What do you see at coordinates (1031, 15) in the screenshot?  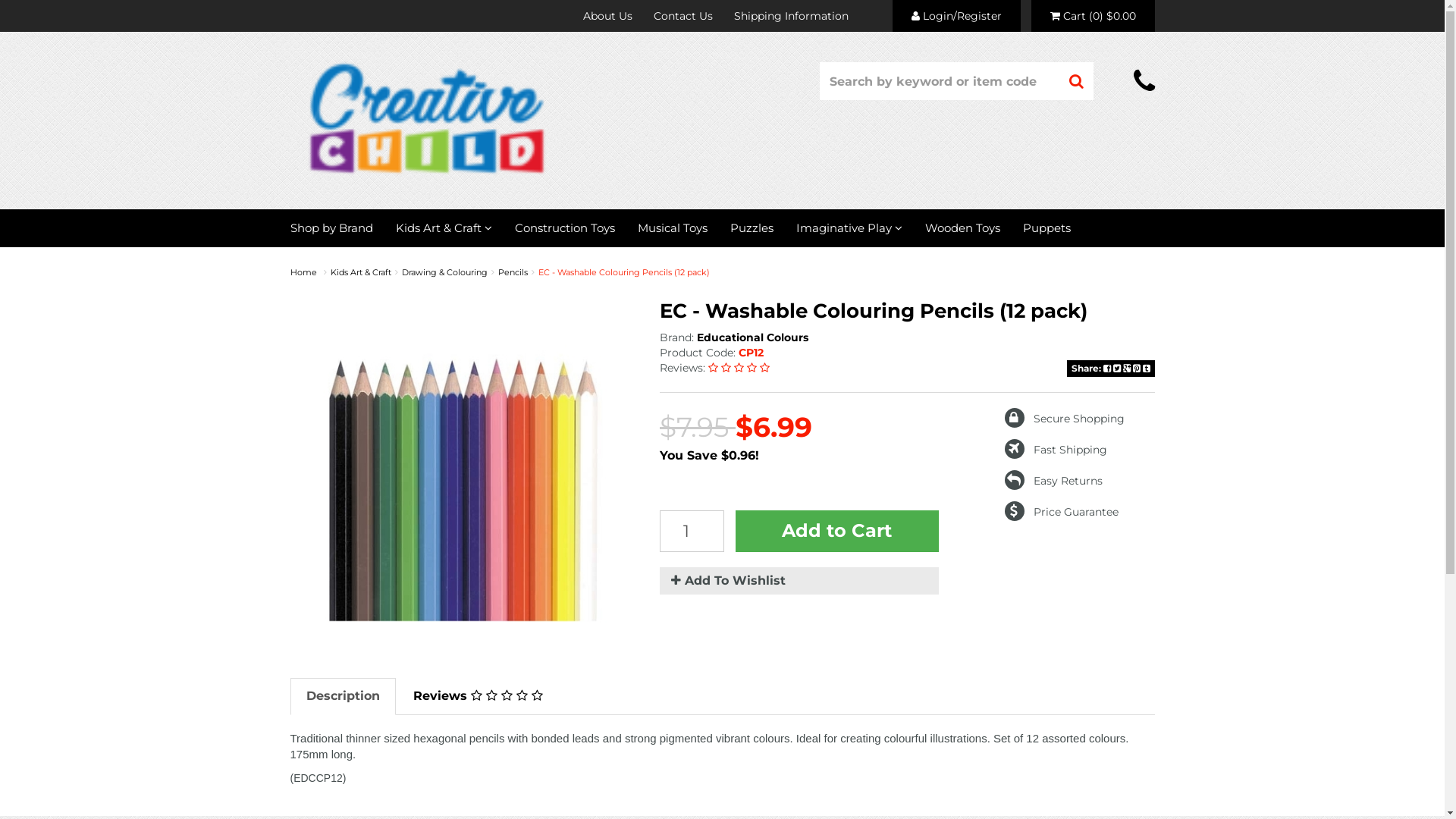 I see `'Cart (0) $0.00'` at bounding box center [1031, 15].